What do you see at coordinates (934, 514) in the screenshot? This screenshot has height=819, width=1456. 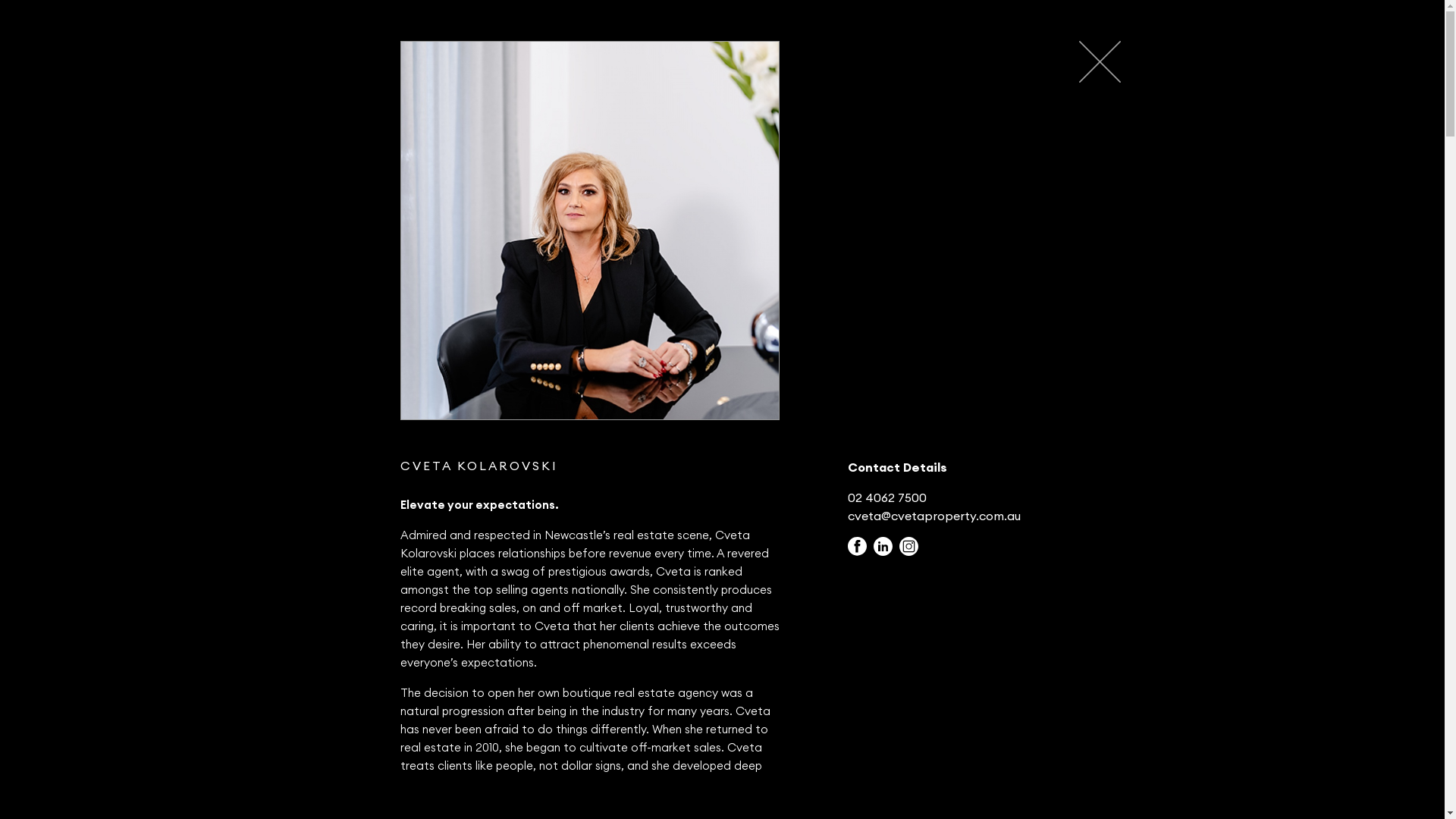 I see `'cveta@cvetaproperty.com.au'` at bounding box center [934, 514].